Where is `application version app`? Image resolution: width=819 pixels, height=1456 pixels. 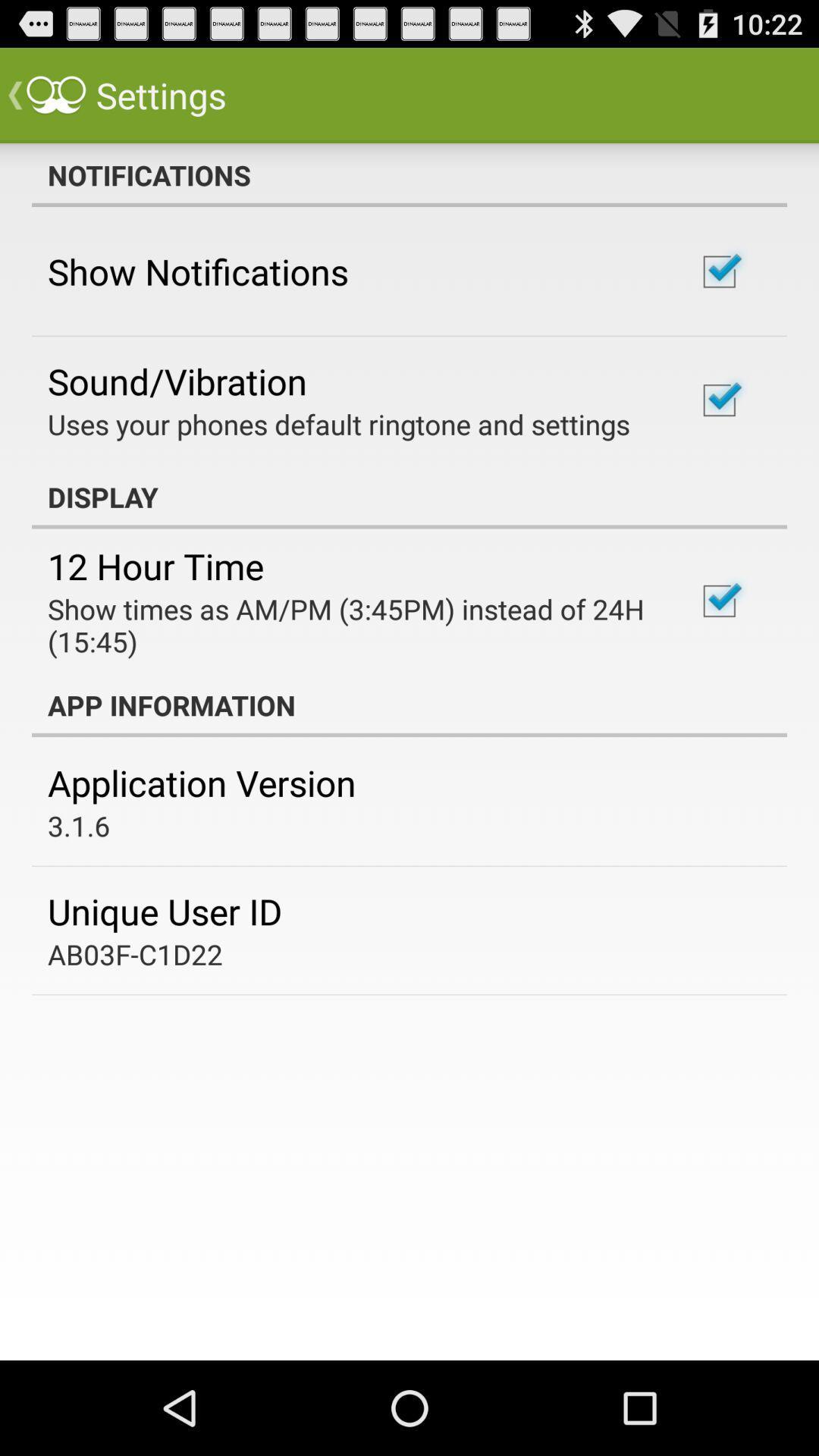
application version app is located at coordinates (201, 783).